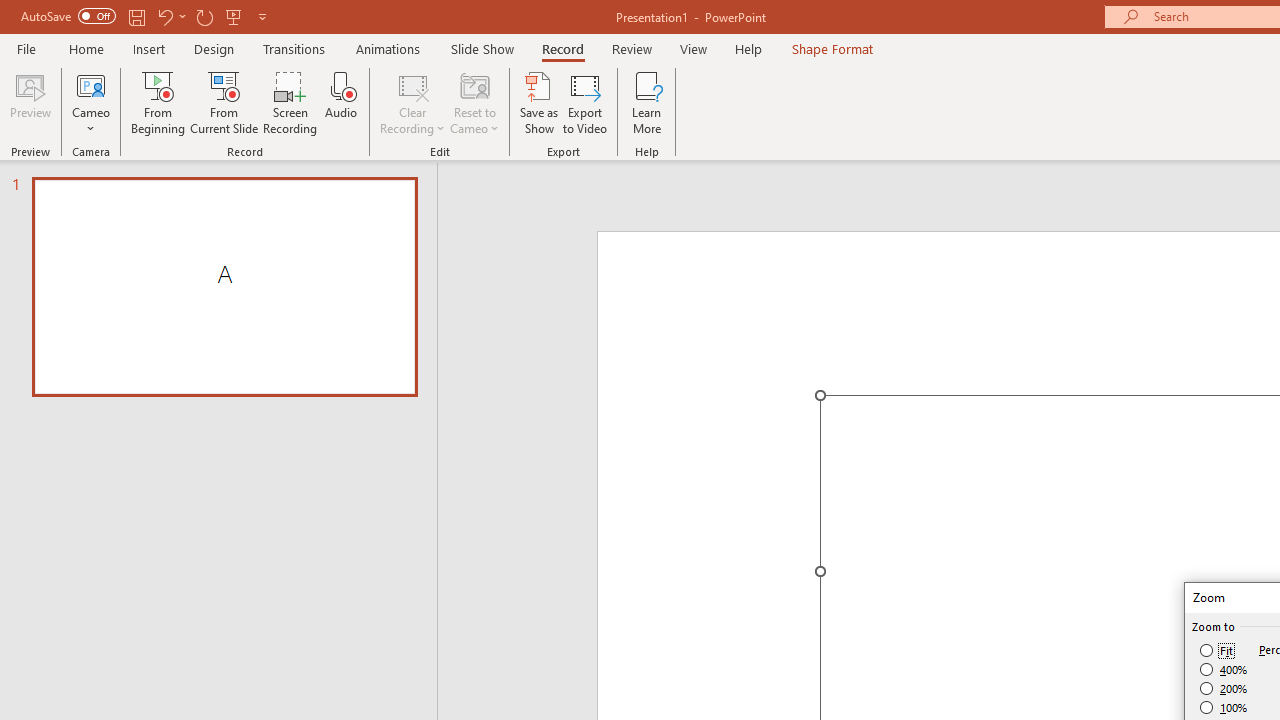  What do you see at coordinates (539, 103) in the screenshot?
I see `'Save as Show'` at bounding box center [539, 103].